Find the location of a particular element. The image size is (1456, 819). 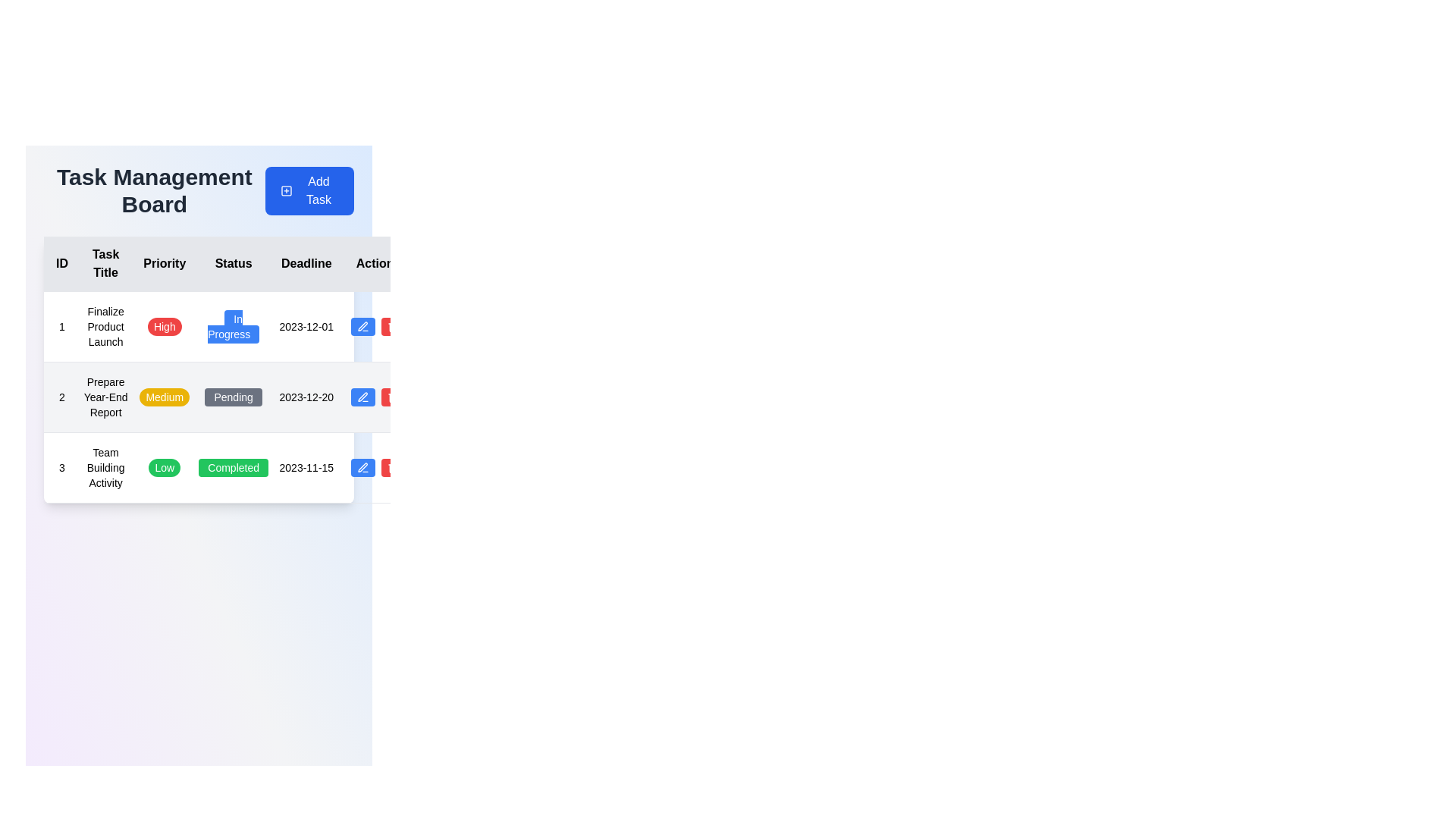

the badge with rounded corners, red background, and white text 'High' located in the 'Priority' column of the first row is located at coordinates (165, 326).